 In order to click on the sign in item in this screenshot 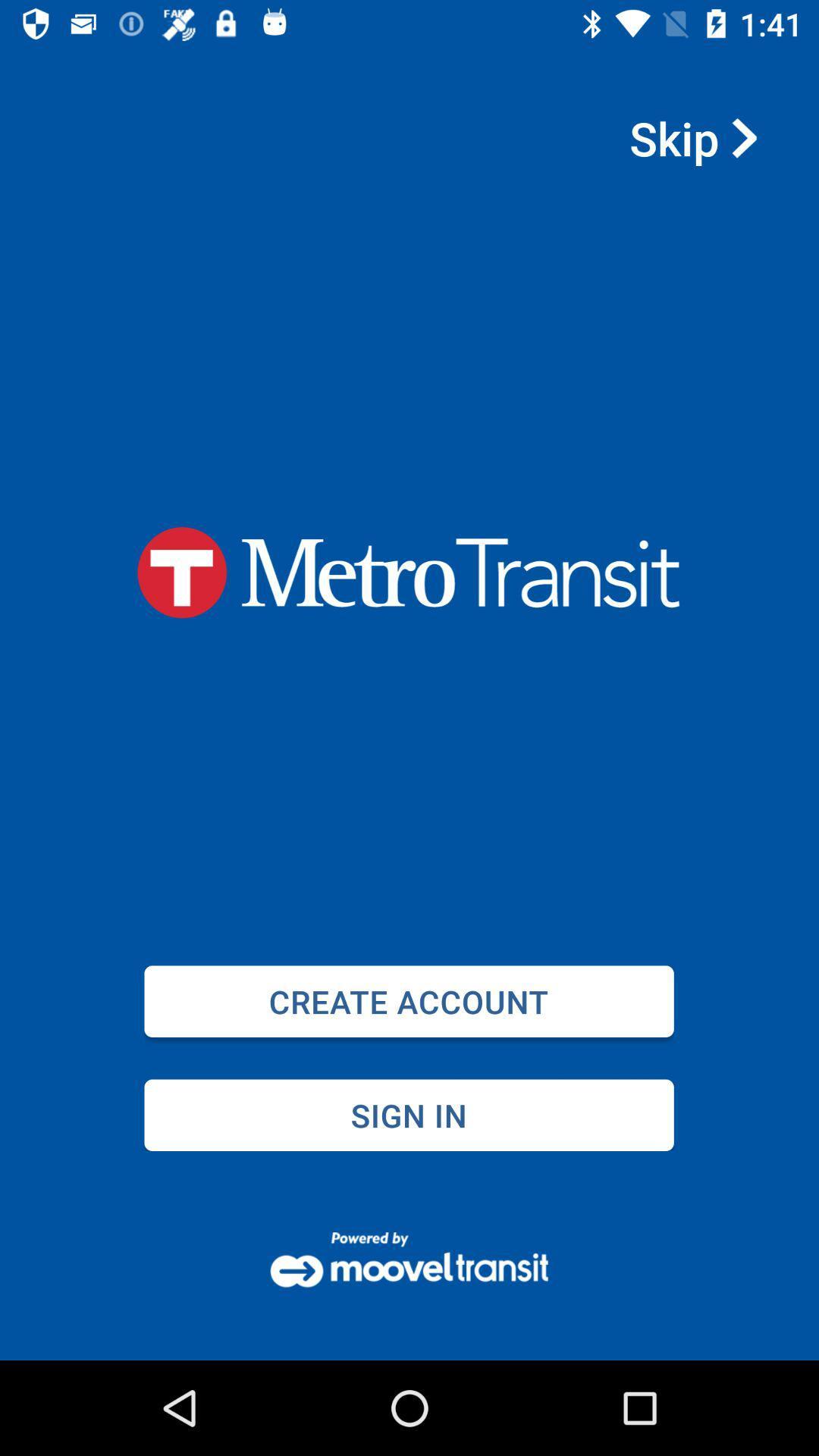, I will do `click(408, 1115)`.